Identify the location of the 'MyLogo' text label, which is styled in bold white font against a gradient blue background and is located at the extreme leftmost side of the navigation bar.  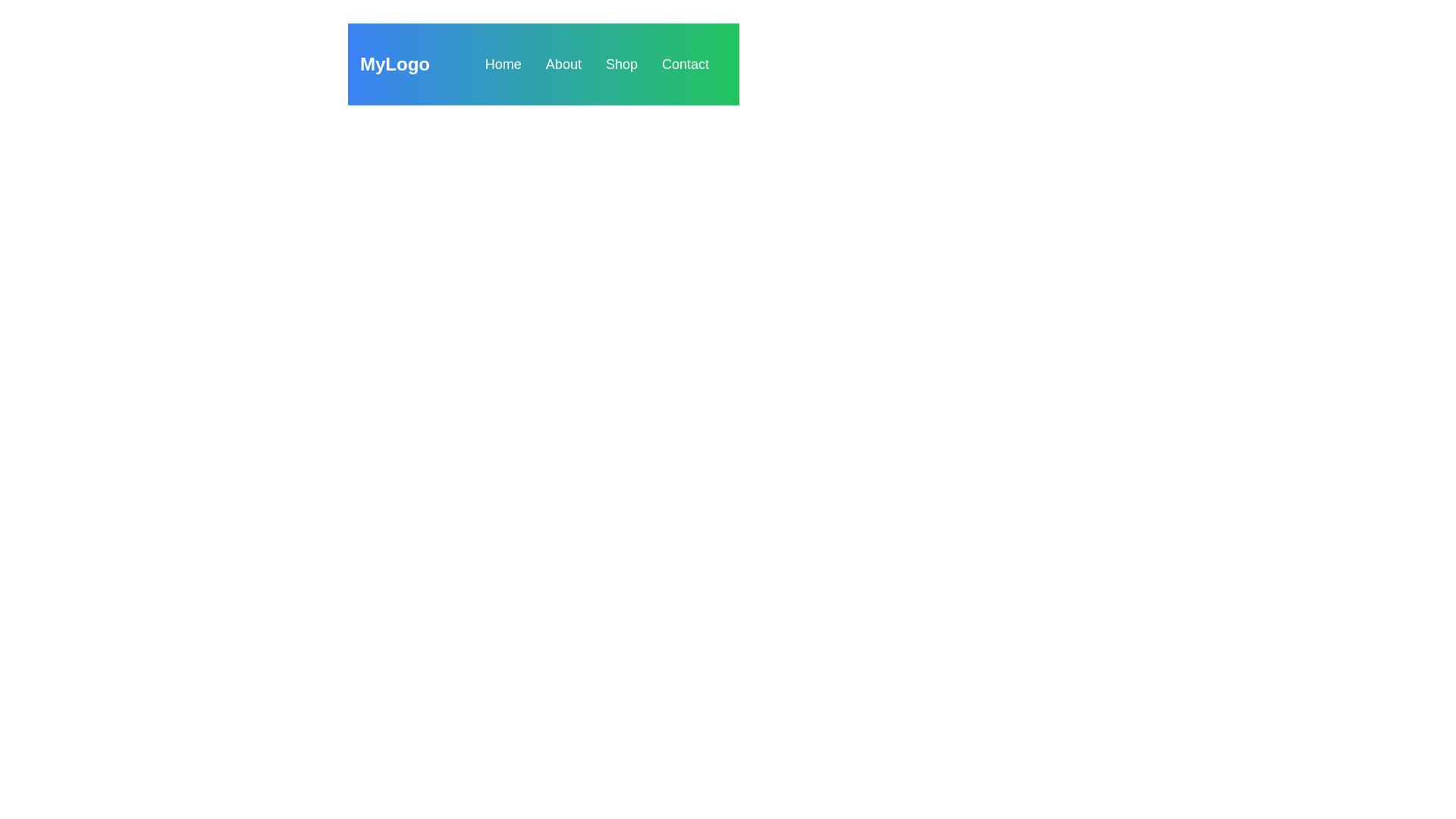
(394, 63).